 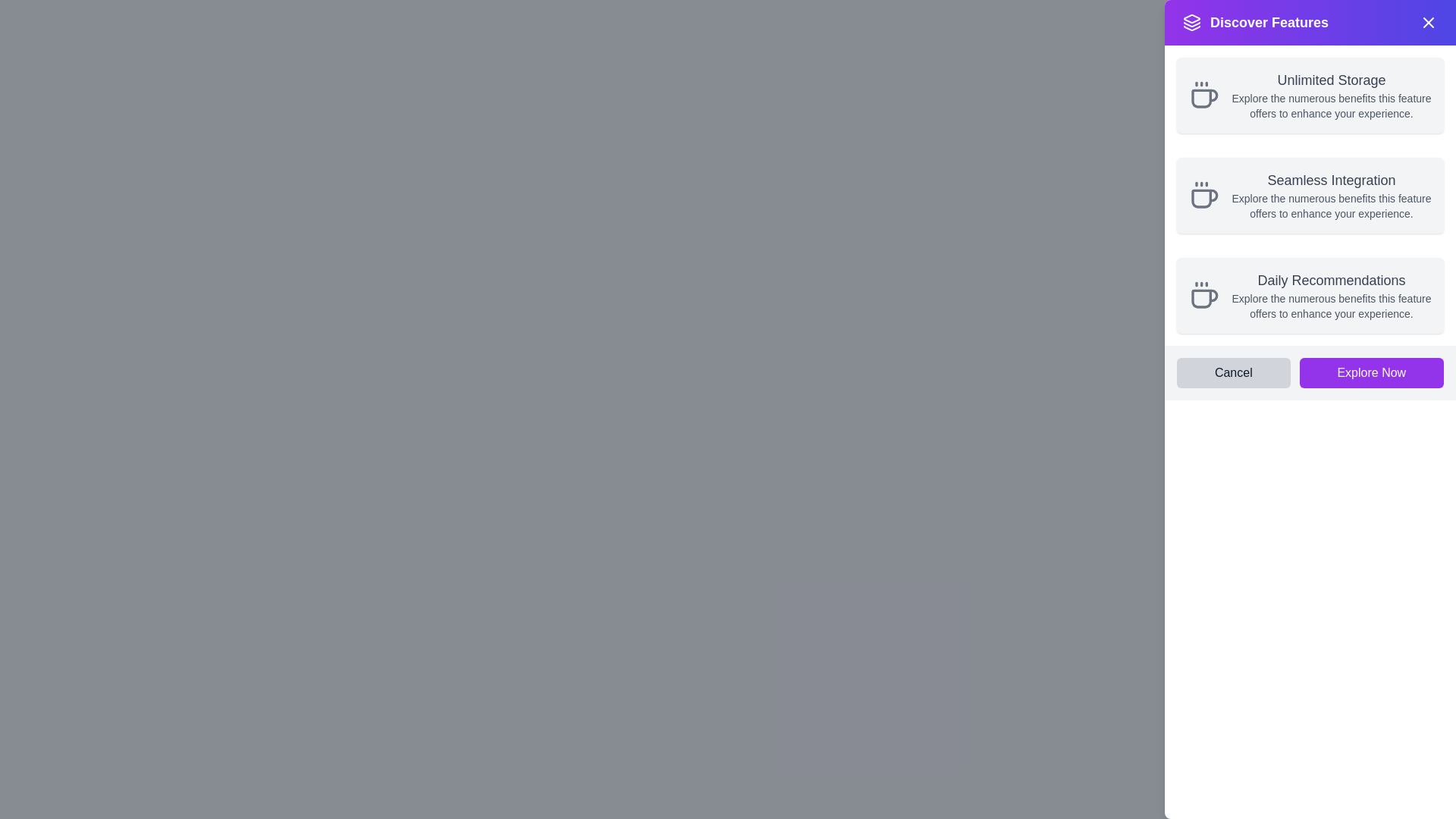 What do you see at coordinates (1331, 306) in the screenshot?
I see `the static text element that describes the benefits of the feature, located below the 'Daily Recommendations' header in the third feature card of the right-aligned feature panel` at bounding box center [1331, 306].